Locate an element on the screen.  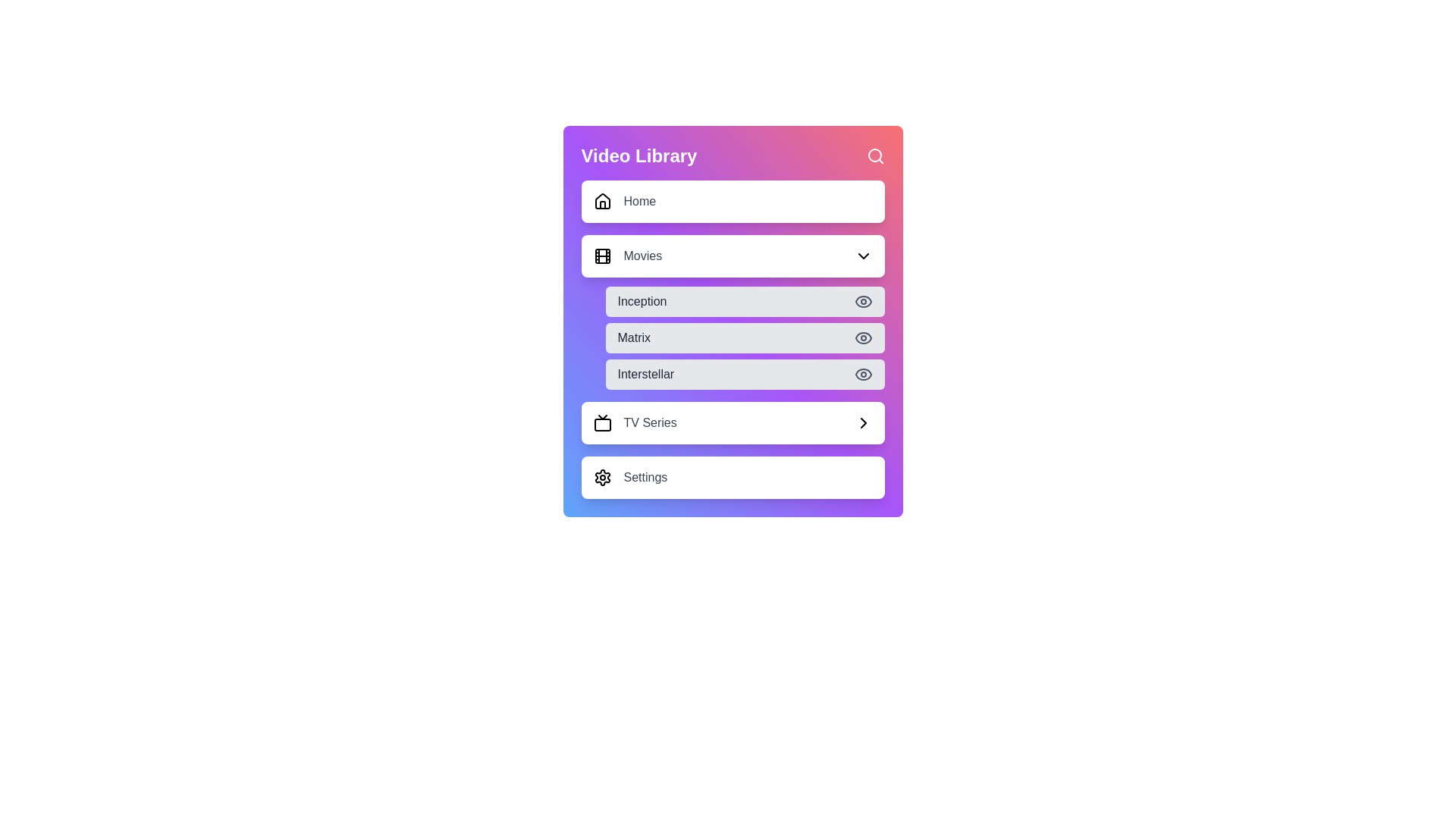
the movie selection element for 'Matrix' located in the second position of the list of movie titles under the 'Movies' section is located at coordinates (745, 337).